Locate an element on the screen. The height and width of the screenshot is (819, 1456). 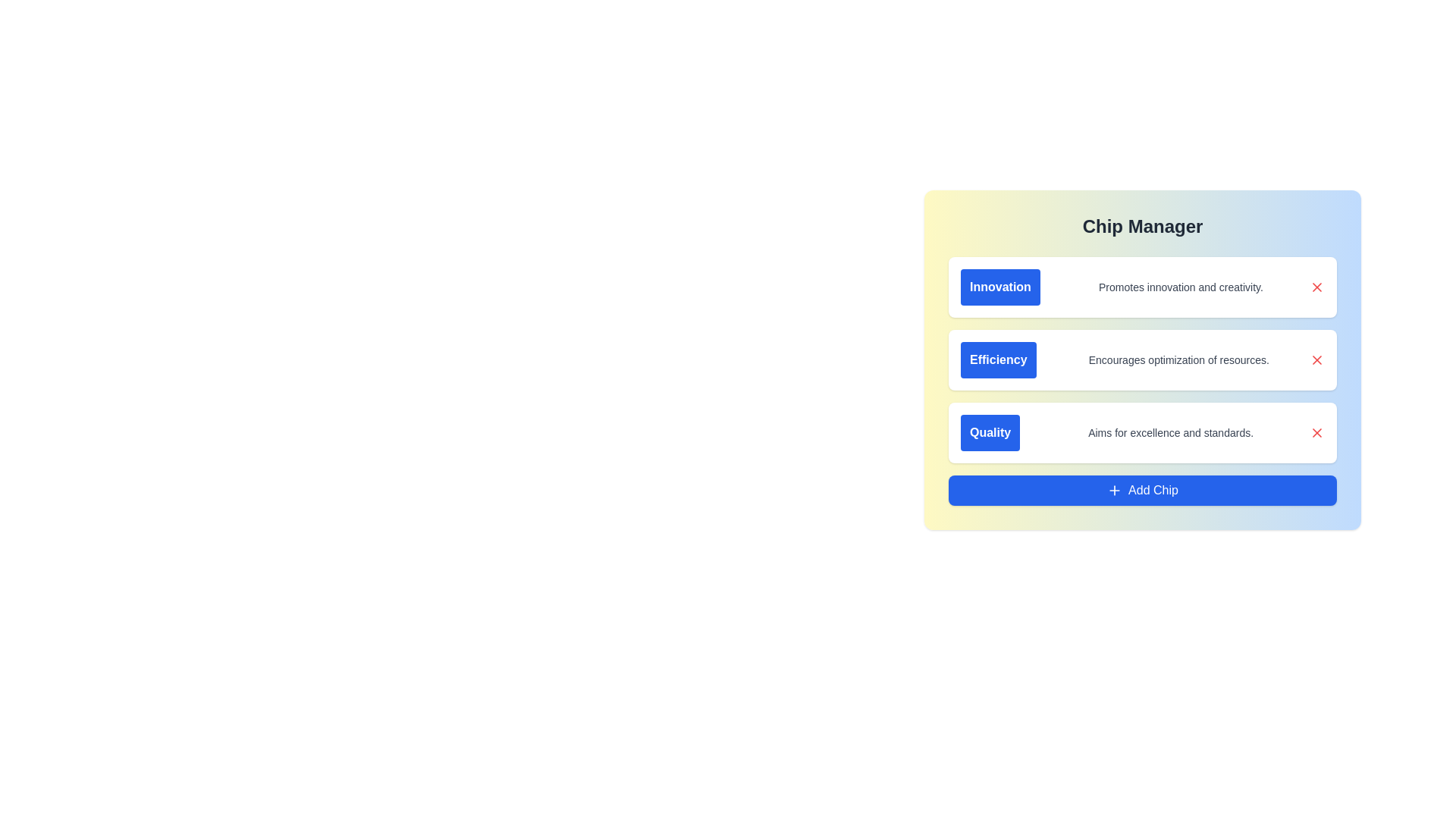
red 'X' button next to the item titled 'Quality' to remove it is located at coordinates (1316, 432).